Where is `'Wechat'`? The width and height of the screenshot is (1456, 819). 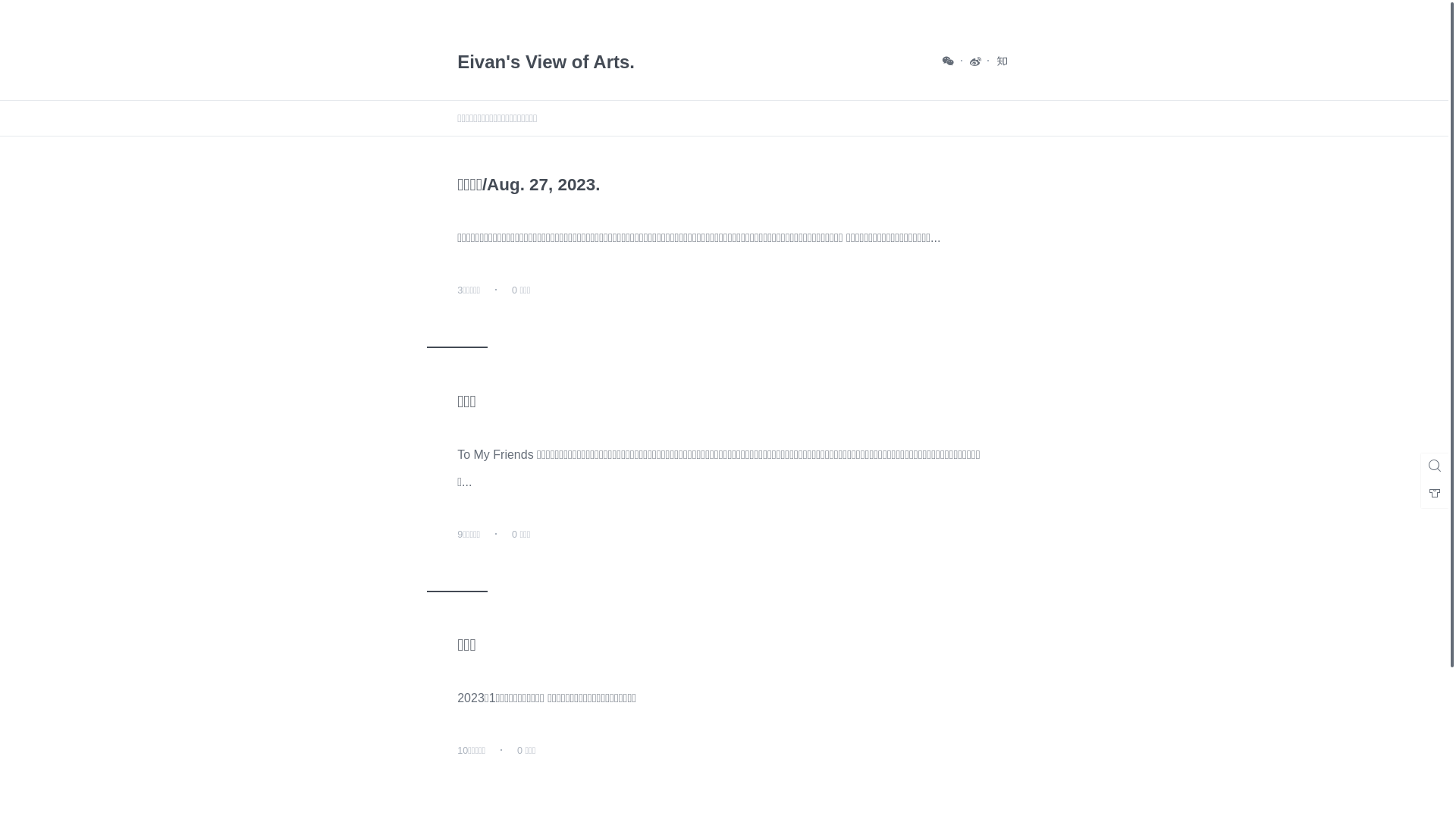 'Wechat' is located at coordinates (948, 60).